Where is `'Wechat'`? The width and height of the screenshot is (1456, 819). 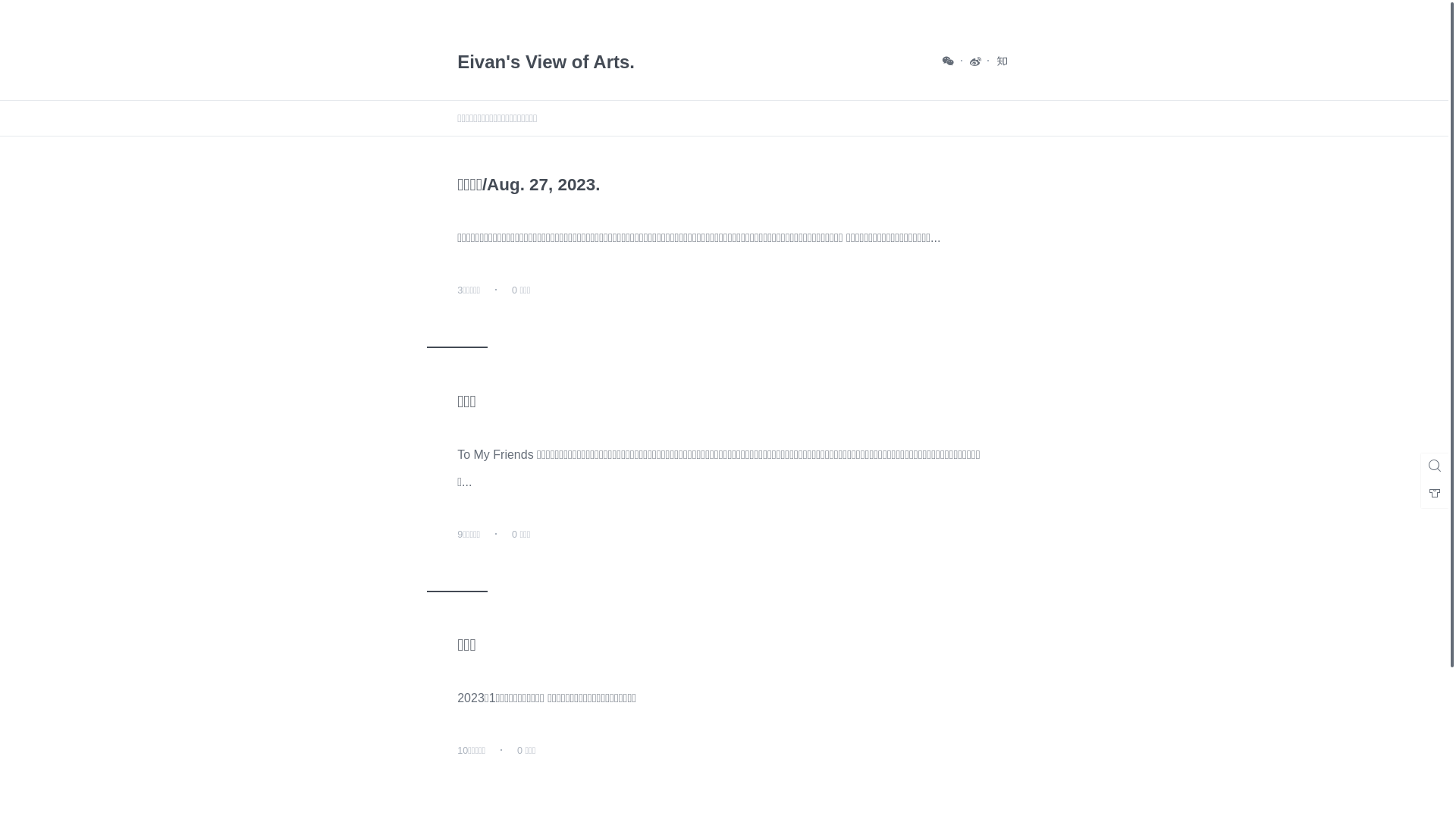 'Wechat' is located at coordinates (948, 60).